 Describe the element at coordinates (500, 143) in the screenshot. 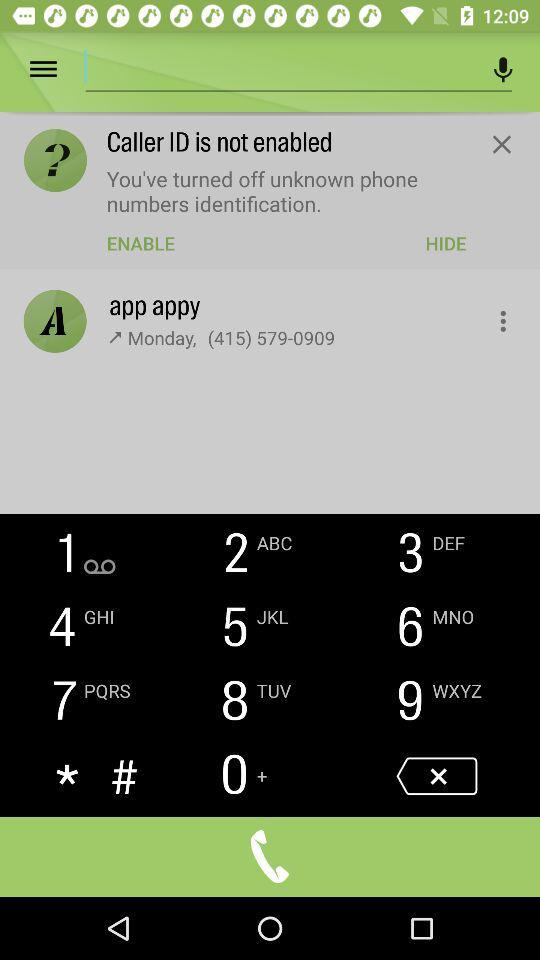

I see `the caller id notification` at that location.